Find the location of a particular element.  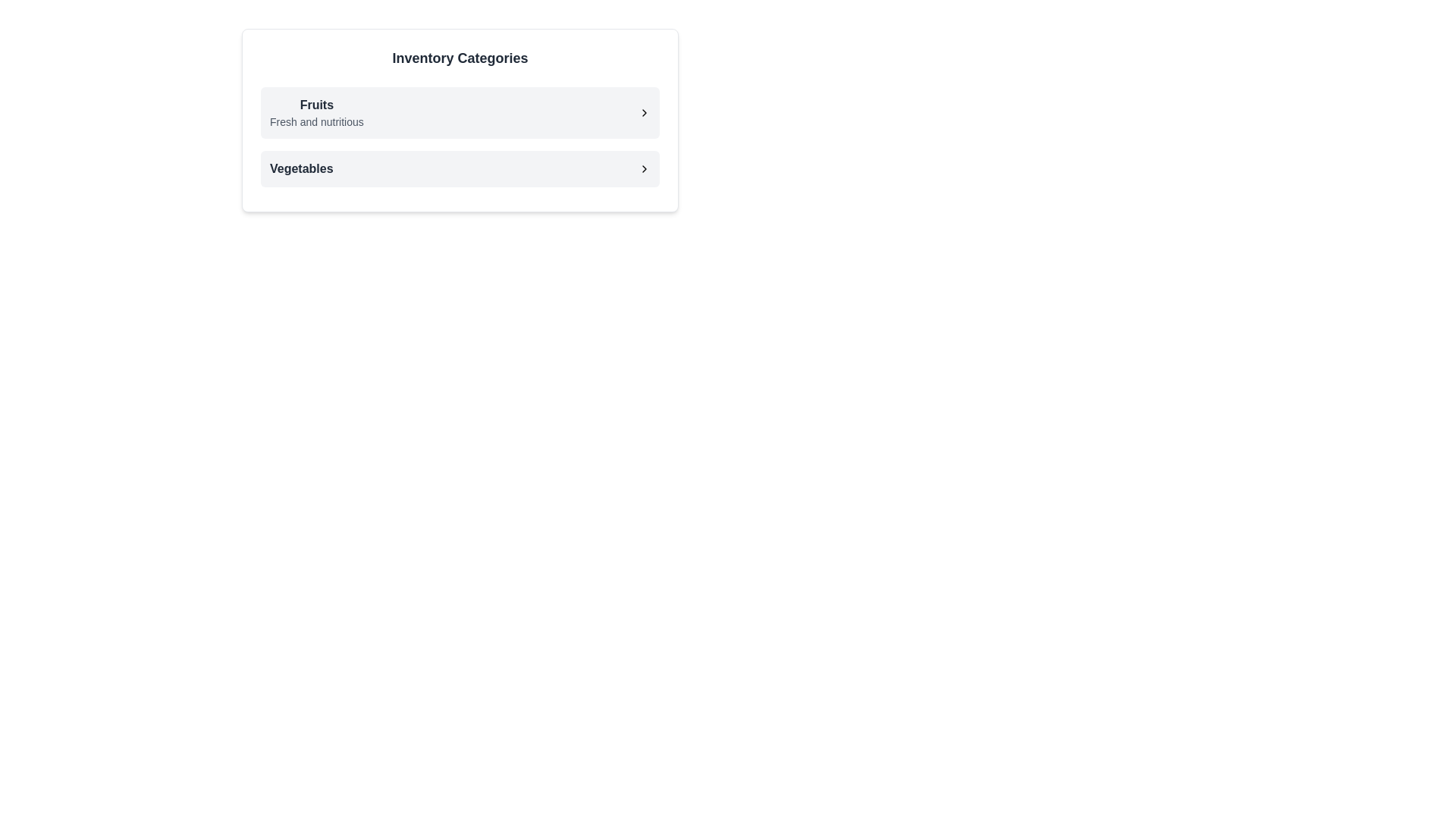

the 'Fruits' category label, which is bold and dark gray is located at coordinates (315, 112).